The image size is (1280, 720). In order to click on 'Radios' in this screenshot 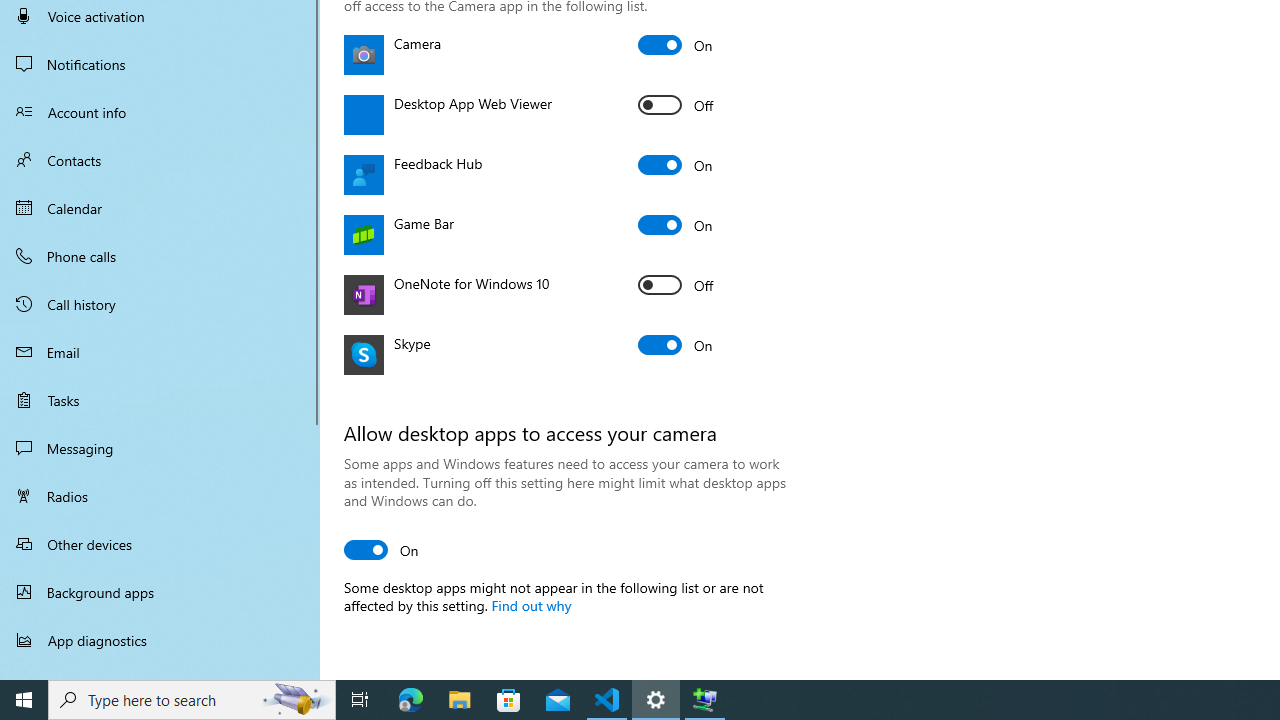, I will do `click(160, 495)`.